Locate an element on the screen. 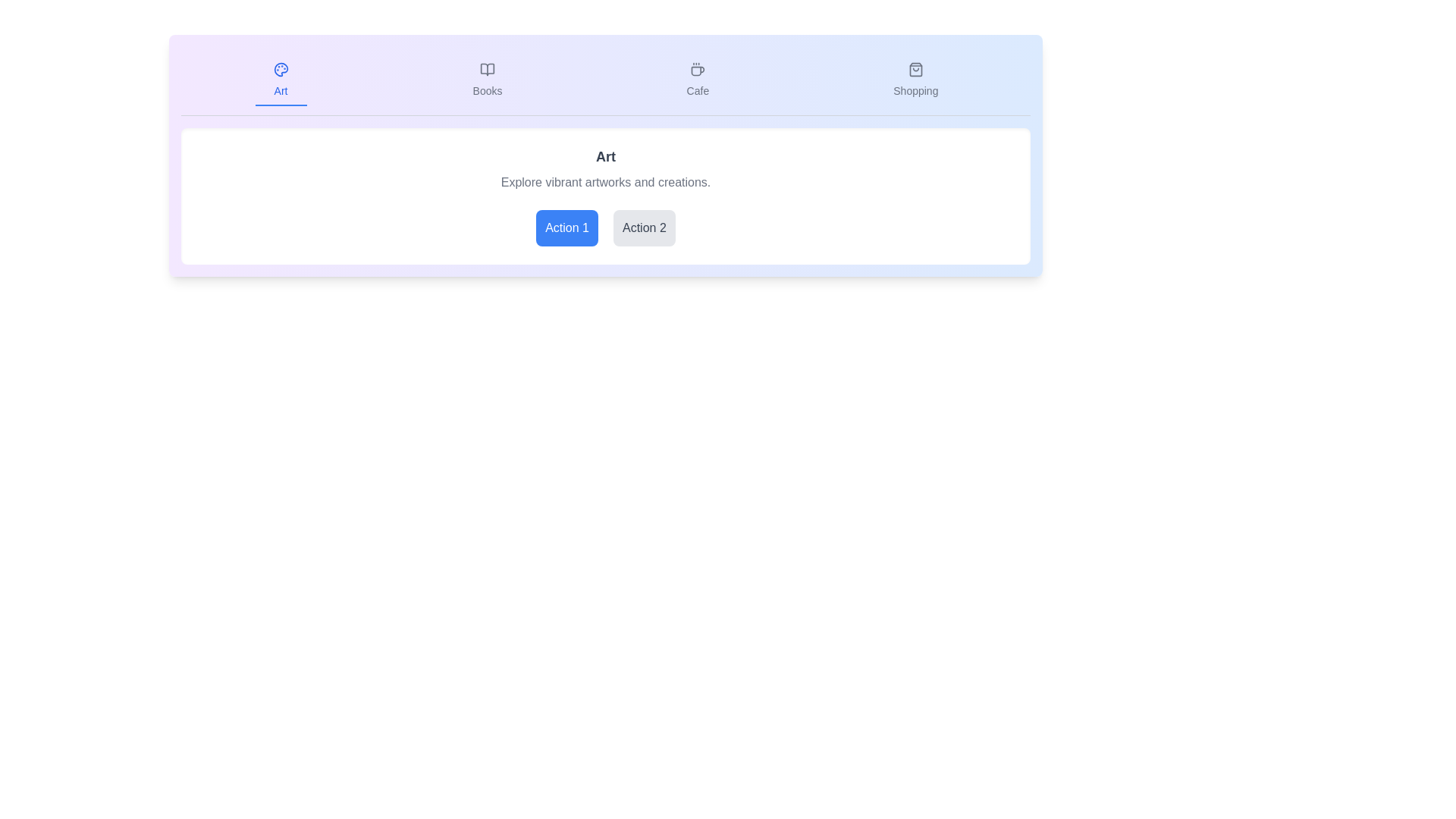  the text 'Explore vibrant artworks and creations.' is located at coordinates (604, 181).